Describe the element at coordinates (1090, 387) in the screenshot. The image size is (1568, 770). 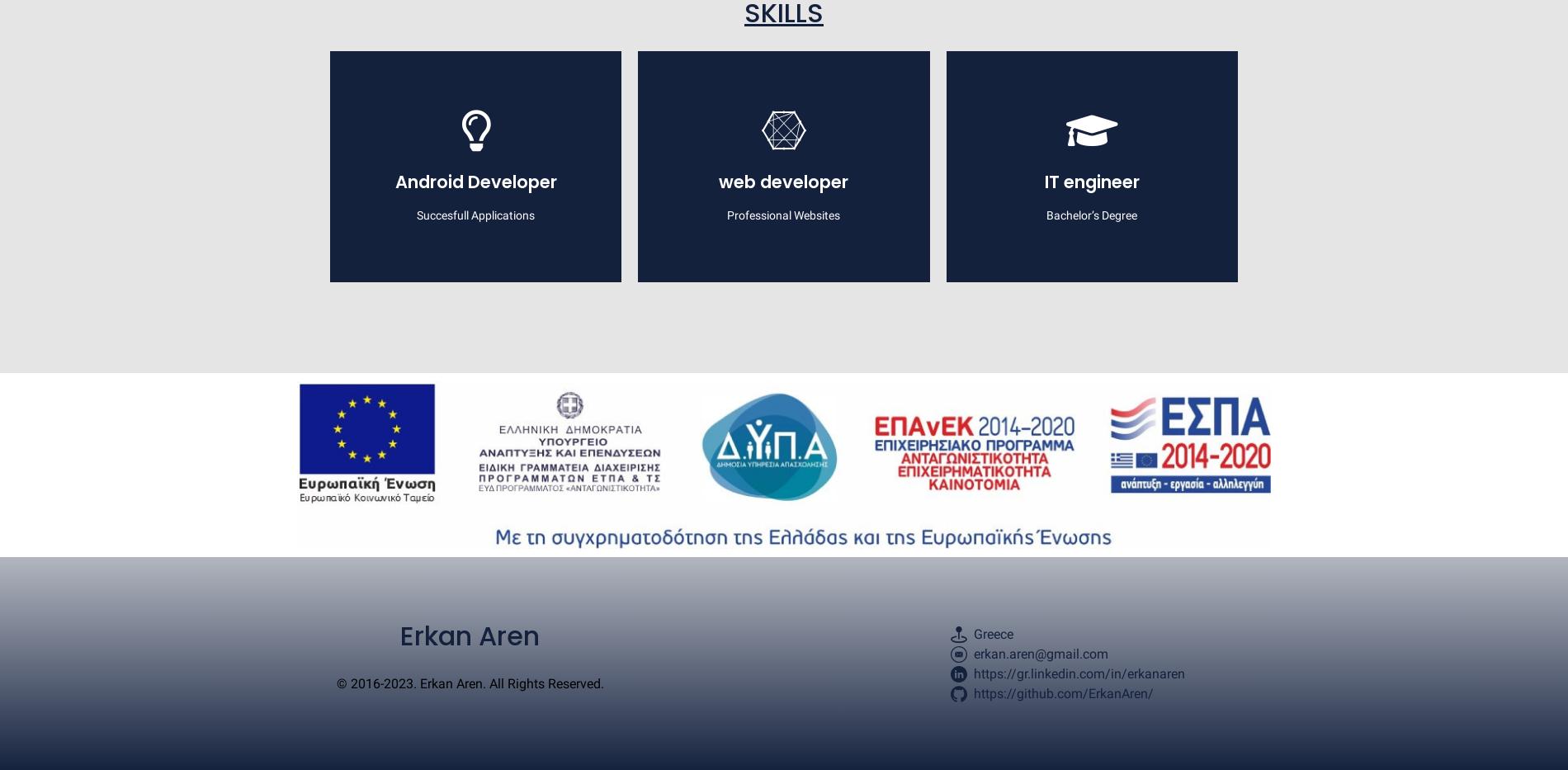
I see `'Artificial Intelligence'` at that location.